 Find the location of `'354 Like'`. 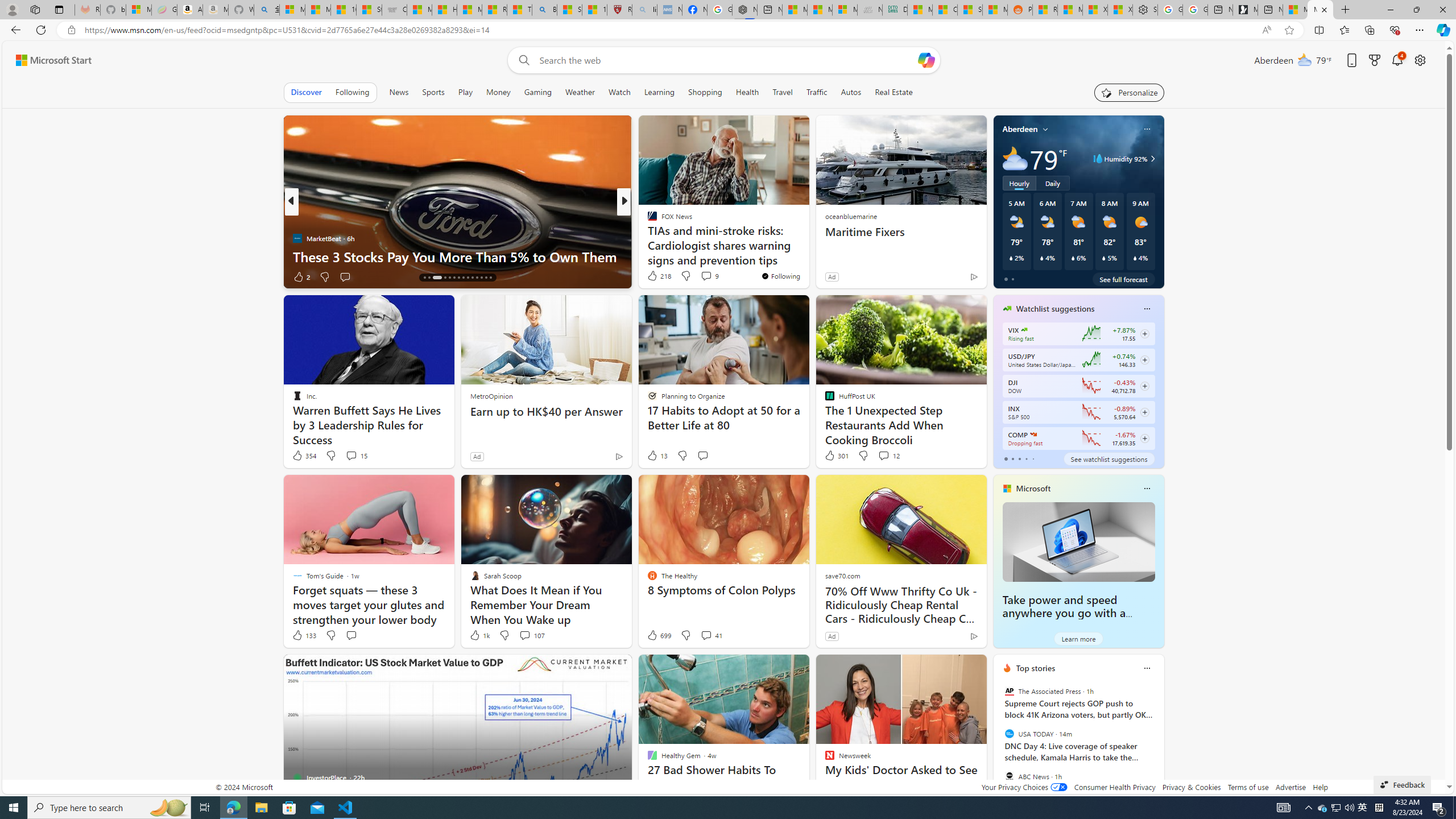

'354 Like' is located at coordinates (303, 455).